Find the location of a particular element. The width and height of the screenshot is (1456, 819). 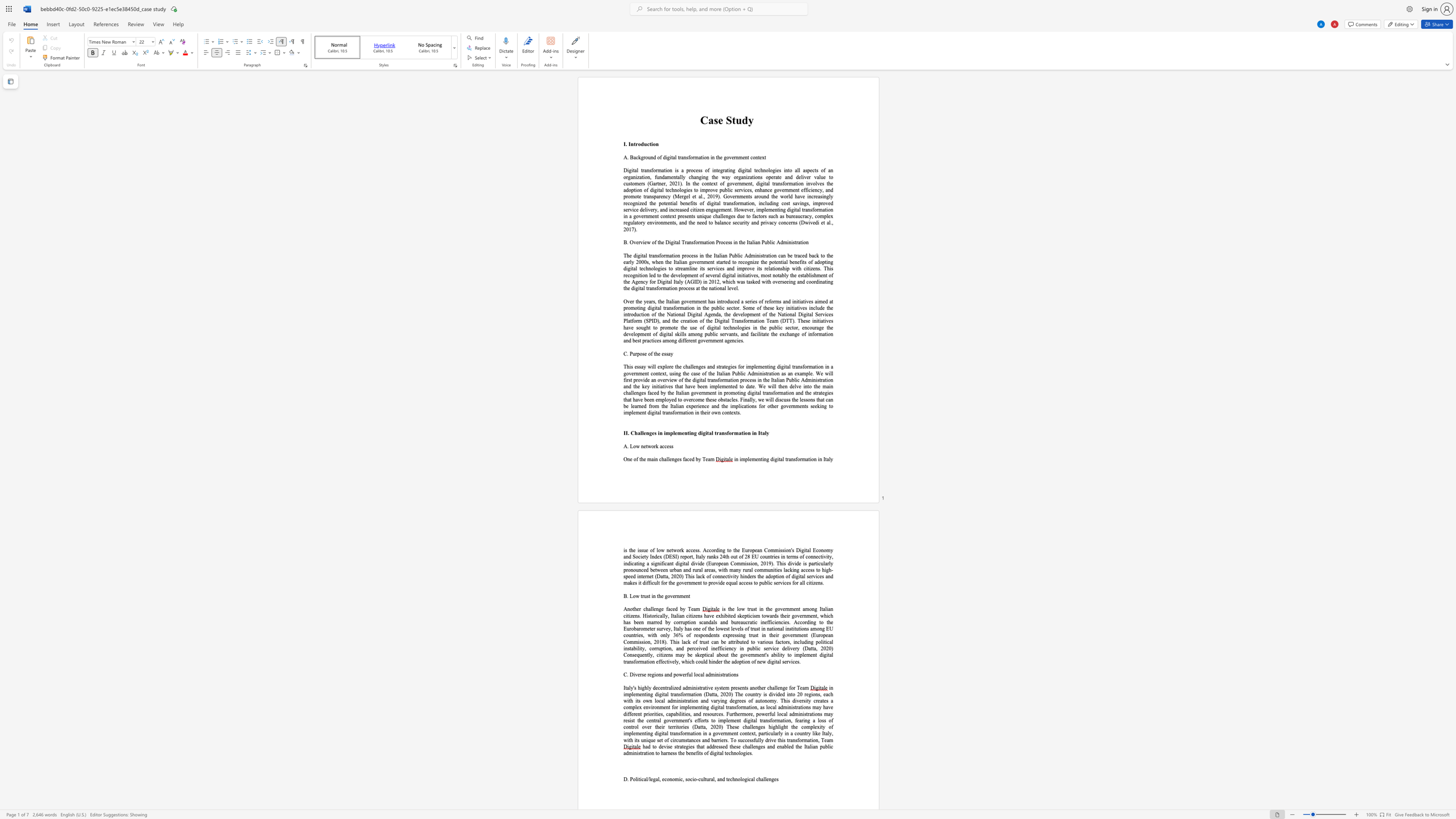

the subset text "in" within the text "indicating" is located at coordinates (638, 563).